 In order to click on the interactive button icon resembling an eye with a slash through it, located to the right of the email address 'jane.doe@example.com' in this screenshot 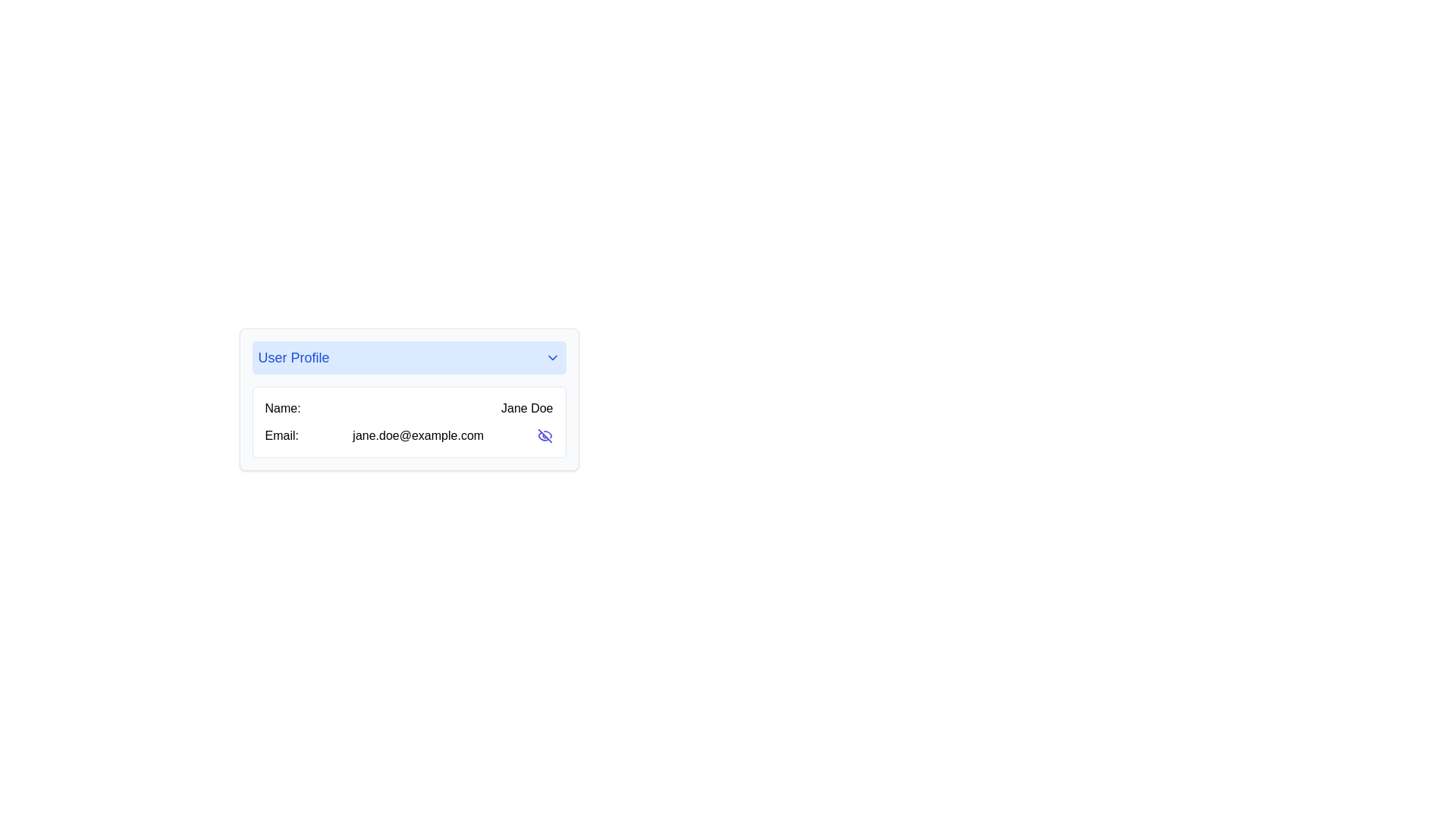, I will do `click(545, 435)`.